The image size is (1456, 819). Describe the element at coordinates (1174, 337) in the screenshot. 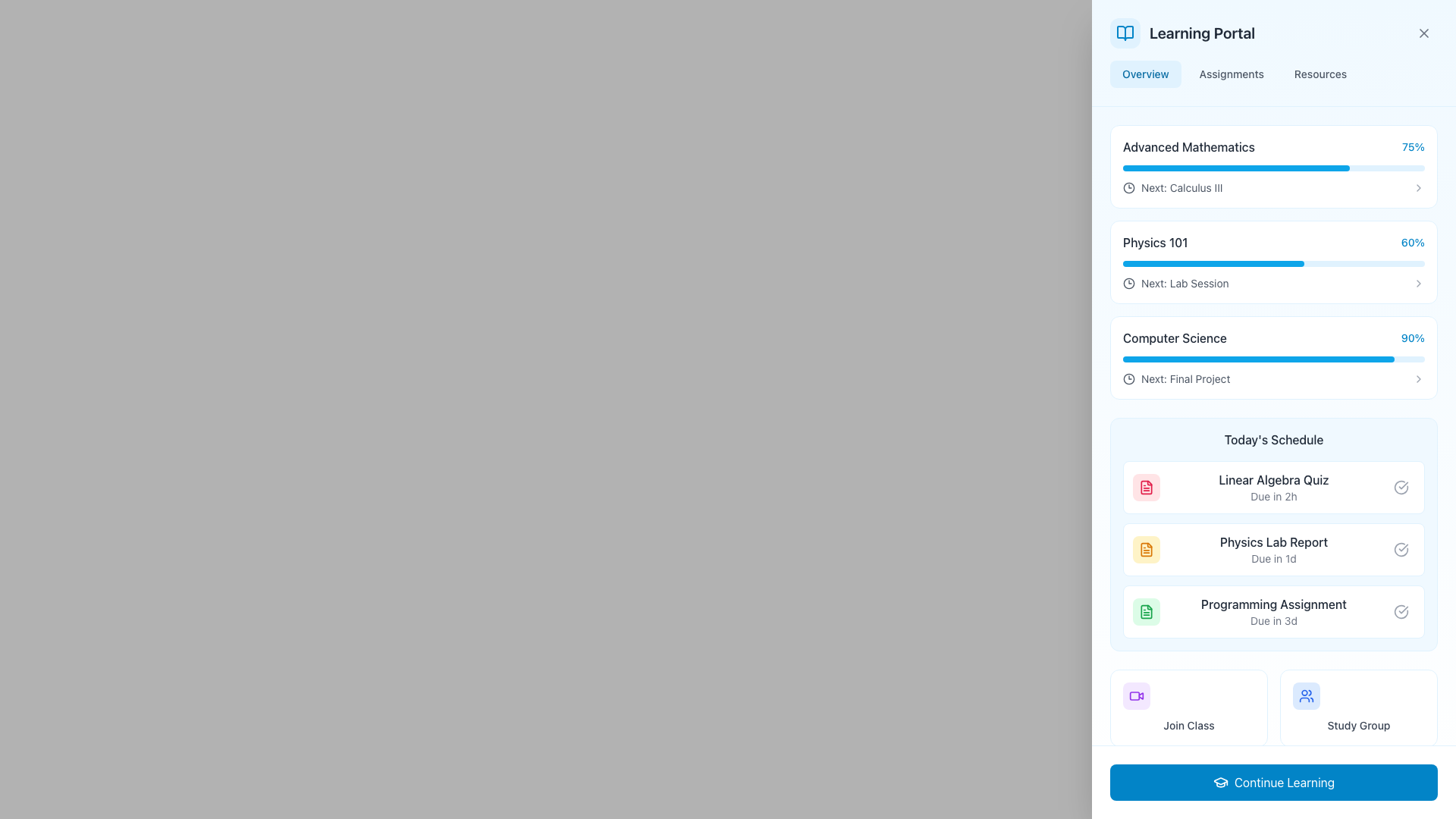

I see `the static text label displaying 'Computer Science' that is located to the left of the '90%' text, under the 'Physics 101' section and above the 'Today’s Schedule' section` at that location.